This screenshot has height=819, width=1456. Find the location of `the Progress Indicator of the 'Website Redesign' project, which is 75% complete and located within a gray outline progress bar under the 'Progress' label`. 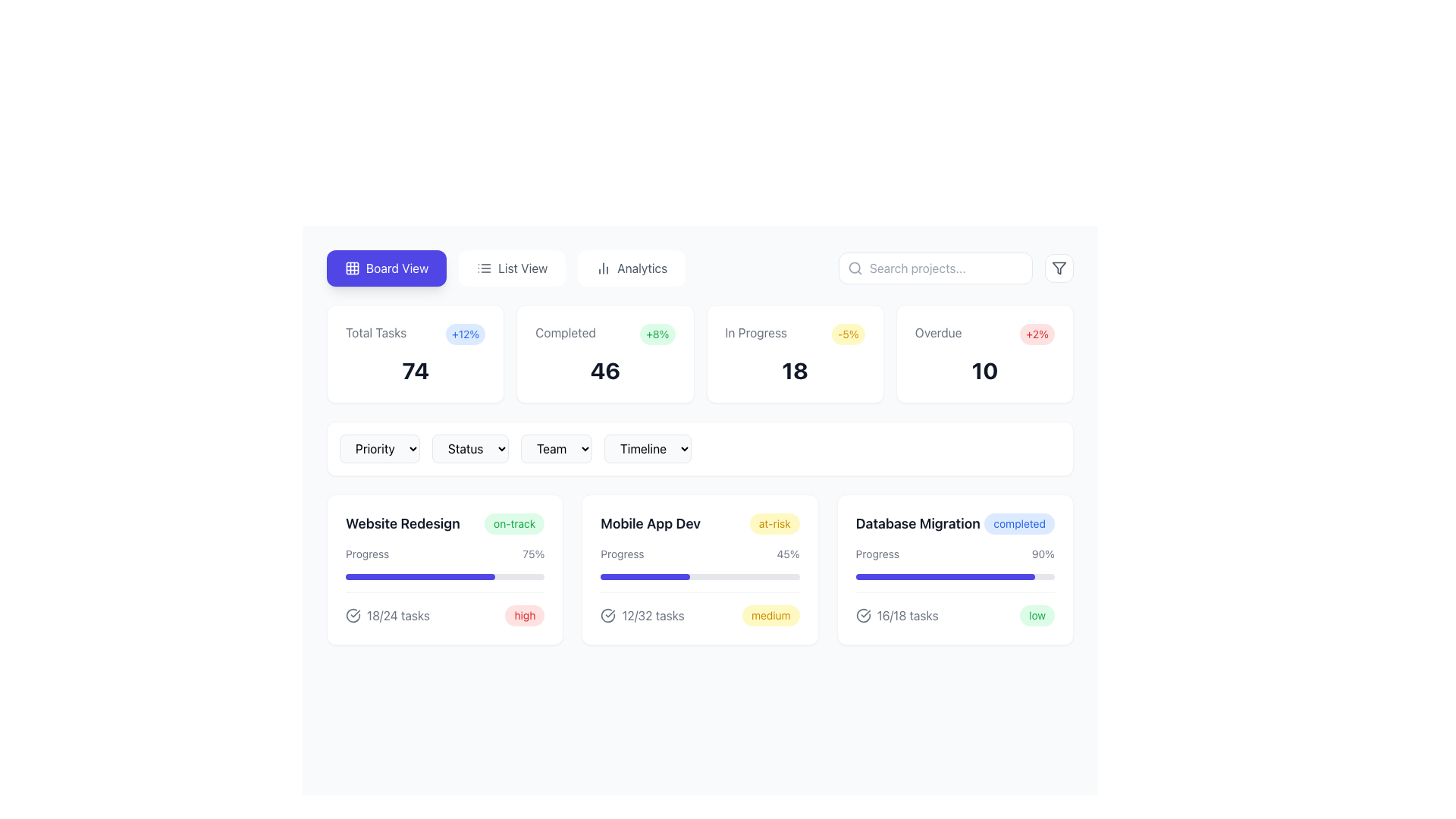

the Progress Indicator of the 'Website Redesign' project, which is 75% complete and located within a gray outline progress bar under the 'Progress' label is located at coordinates (420, 576).